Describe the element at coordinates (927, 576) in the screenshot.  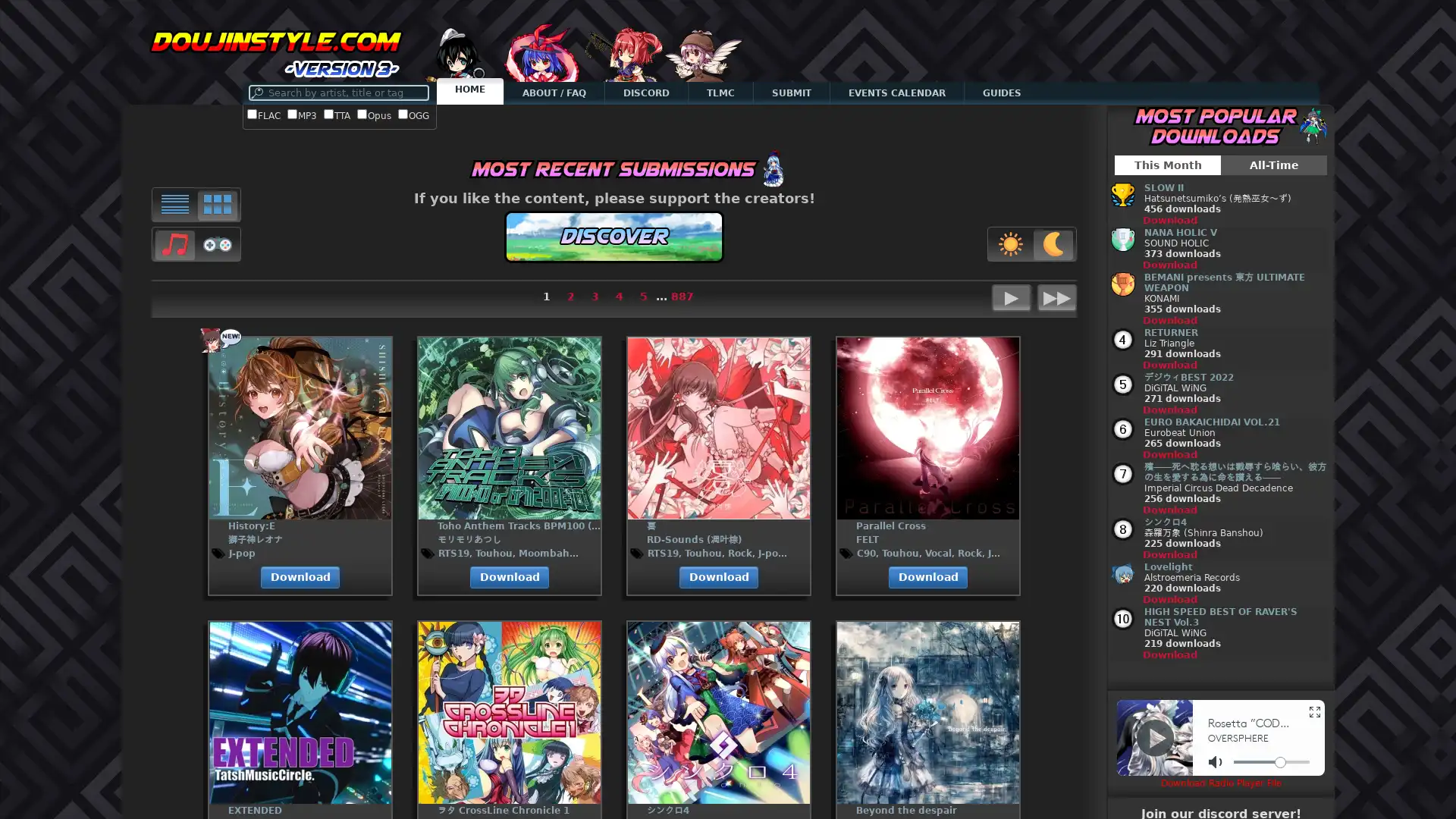
I see `Download` at that location.